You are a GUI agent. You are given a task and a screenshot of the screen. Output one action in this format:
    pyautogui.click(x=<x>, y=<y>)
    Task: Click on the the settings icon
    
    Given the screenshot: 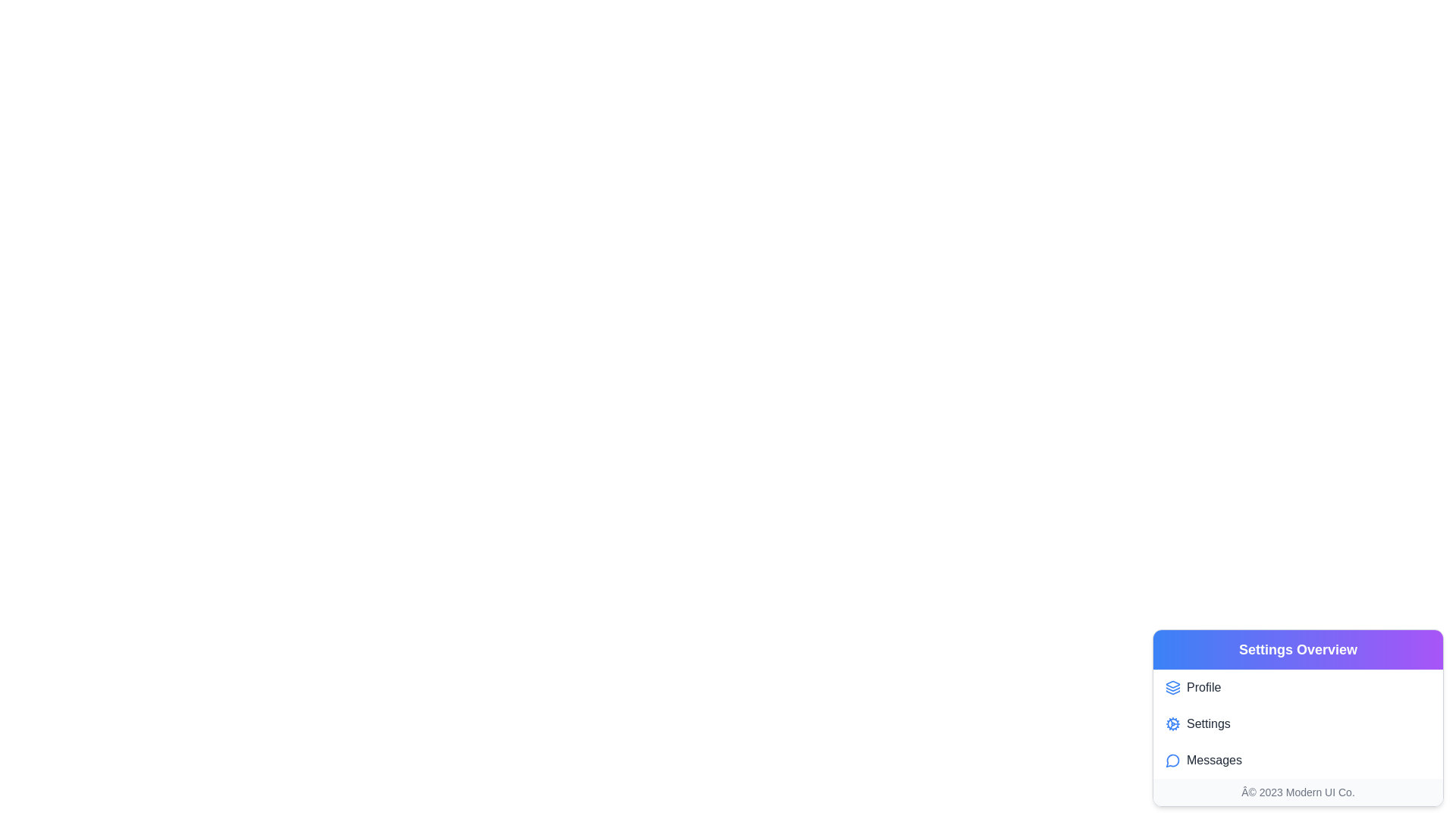 What is the action you would take?
    pyautogui.click(x=1172, y=723)
    